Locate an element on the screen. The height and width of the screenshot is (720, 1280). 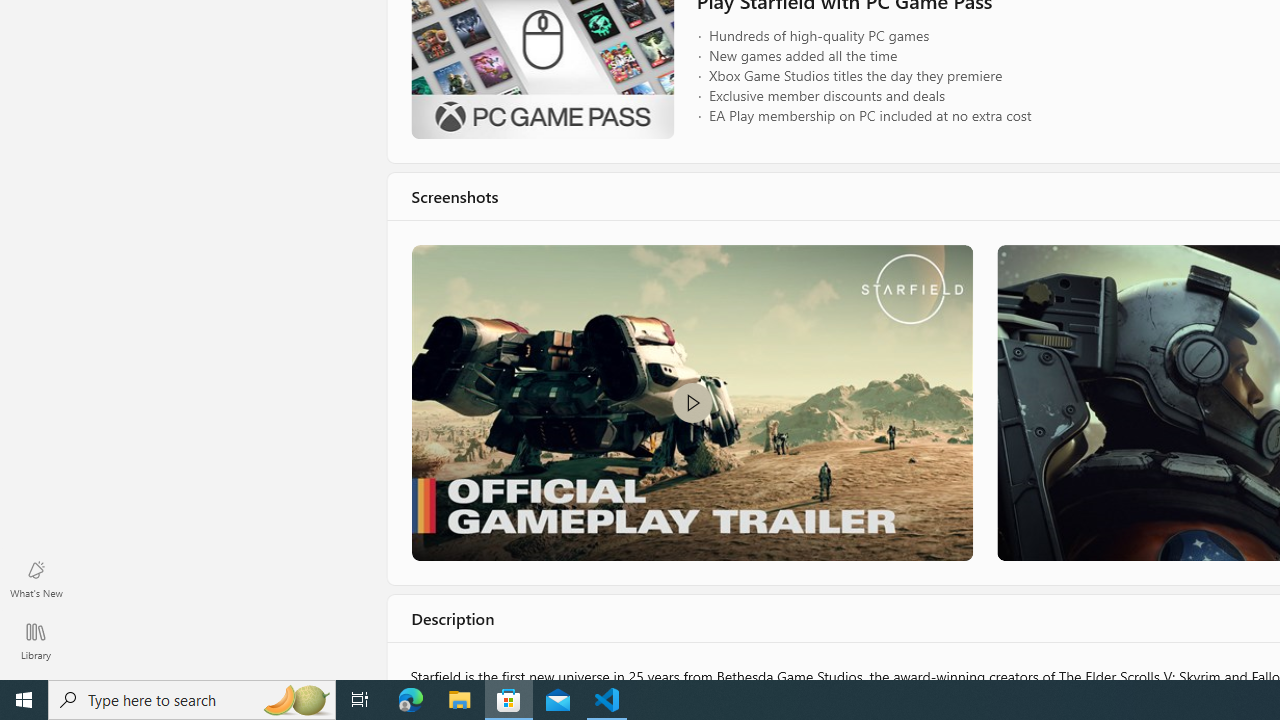
'Class: Image' is located at coordinates (691, 402).